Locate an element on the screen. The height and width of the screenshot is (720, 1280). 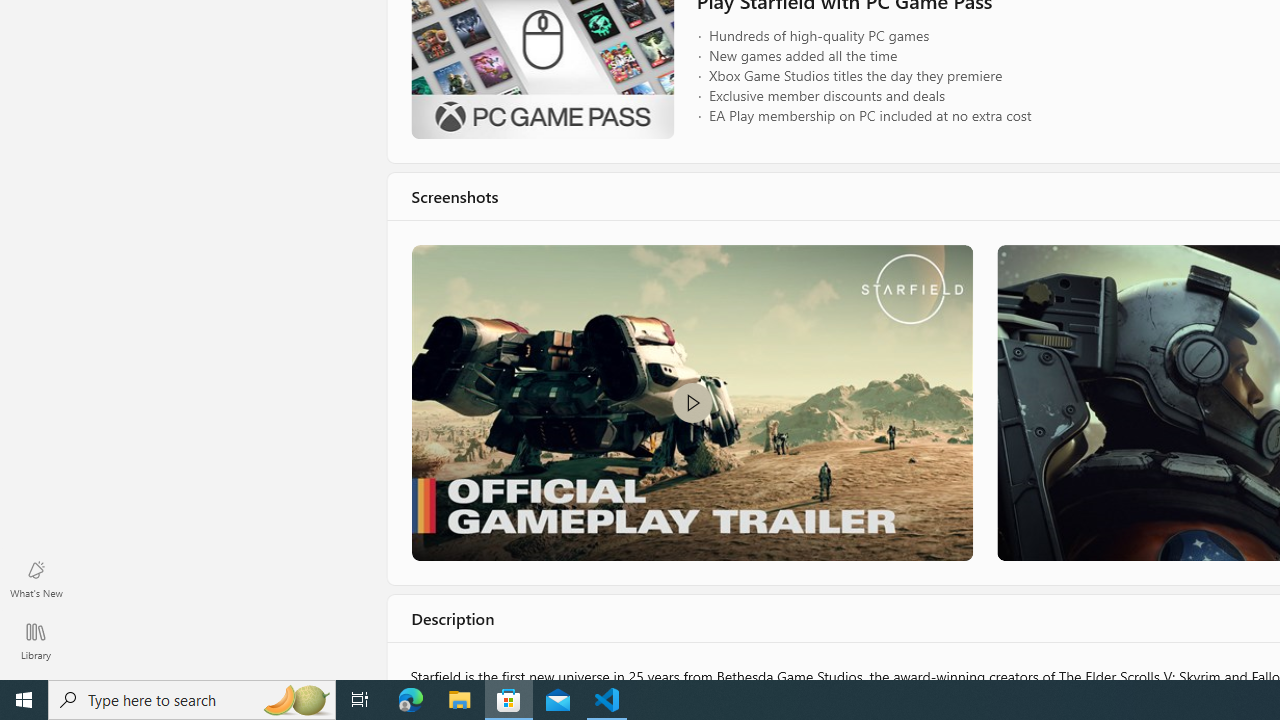
'Class: Image' is located at coordinates (691, 402).